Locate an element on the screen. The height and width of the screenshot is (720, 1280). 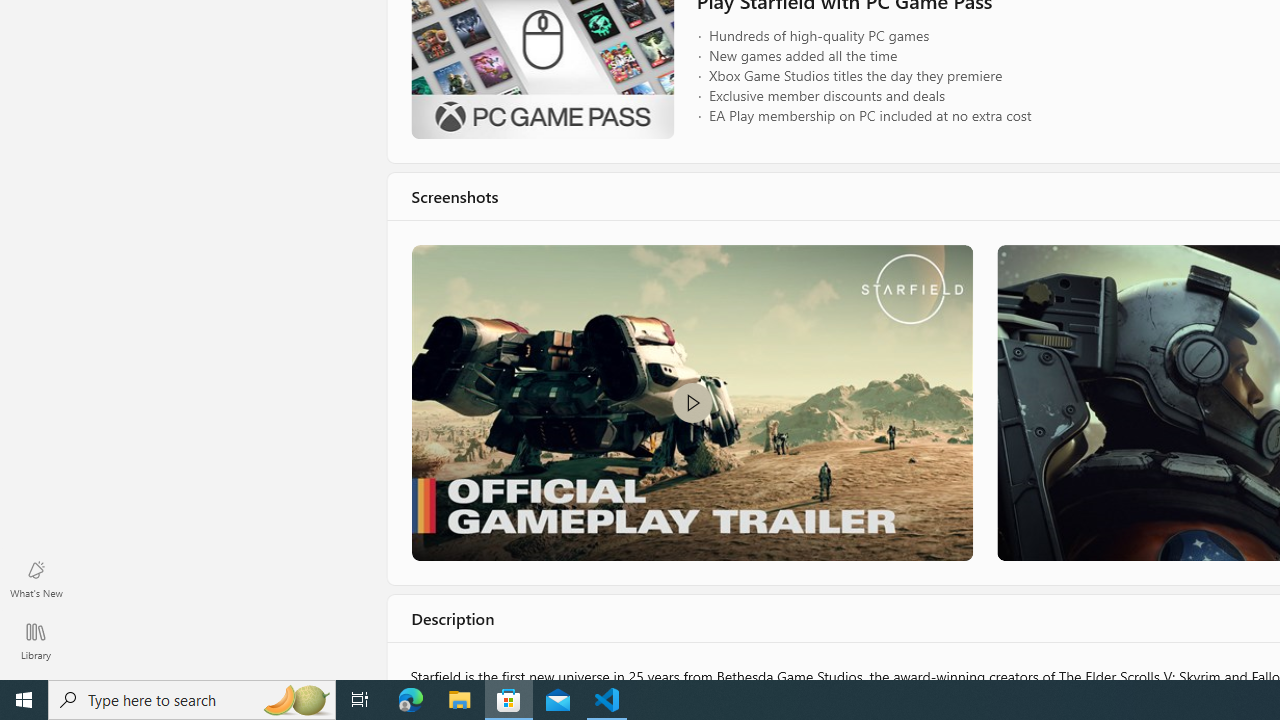
'Class: Image' is located at coordinates (691, 402).